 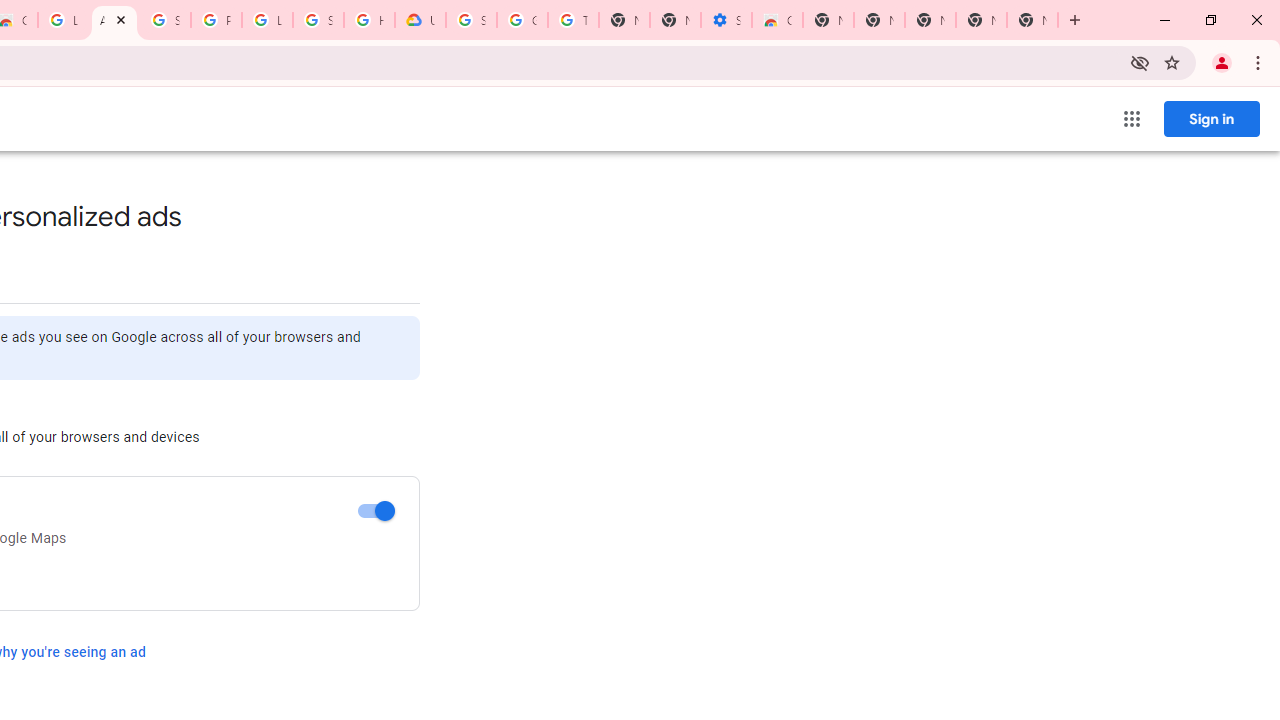 I want to click on 'Google Account Help', so click(x=522, y=20).